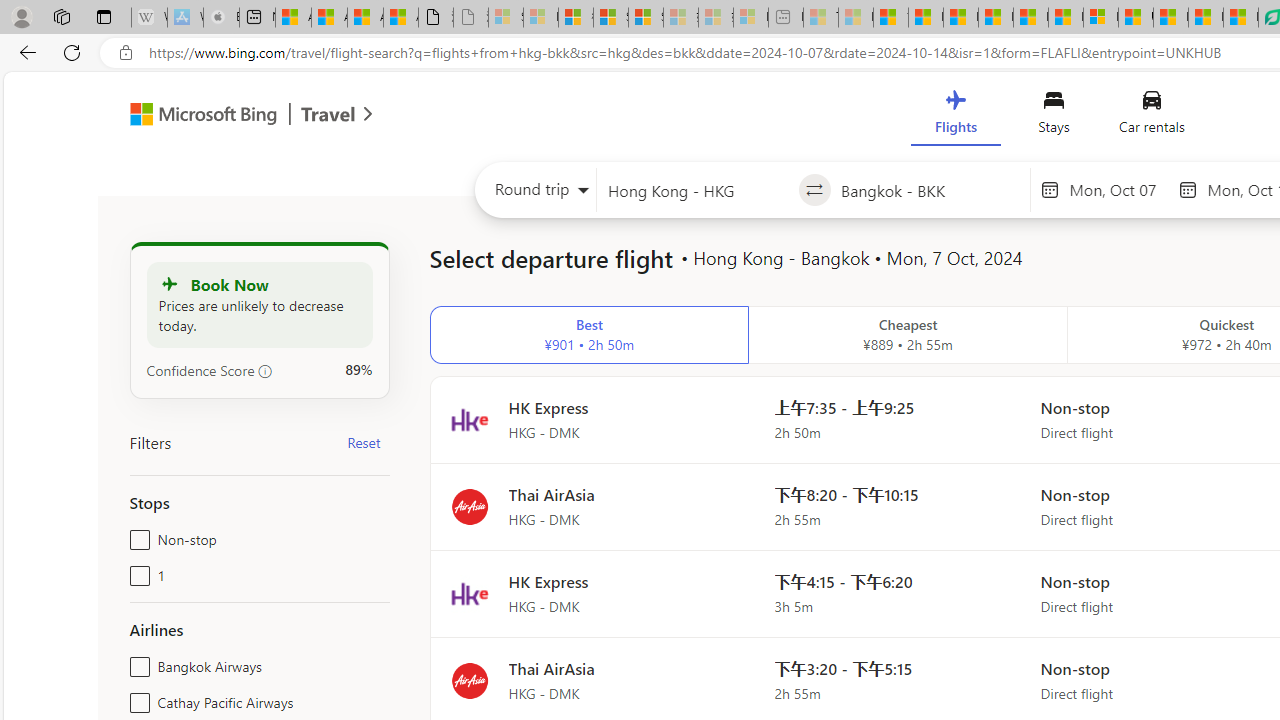  Describe the element at coordinates (536, 194) in the screenshot. I see `'Select trip type'` at that location.